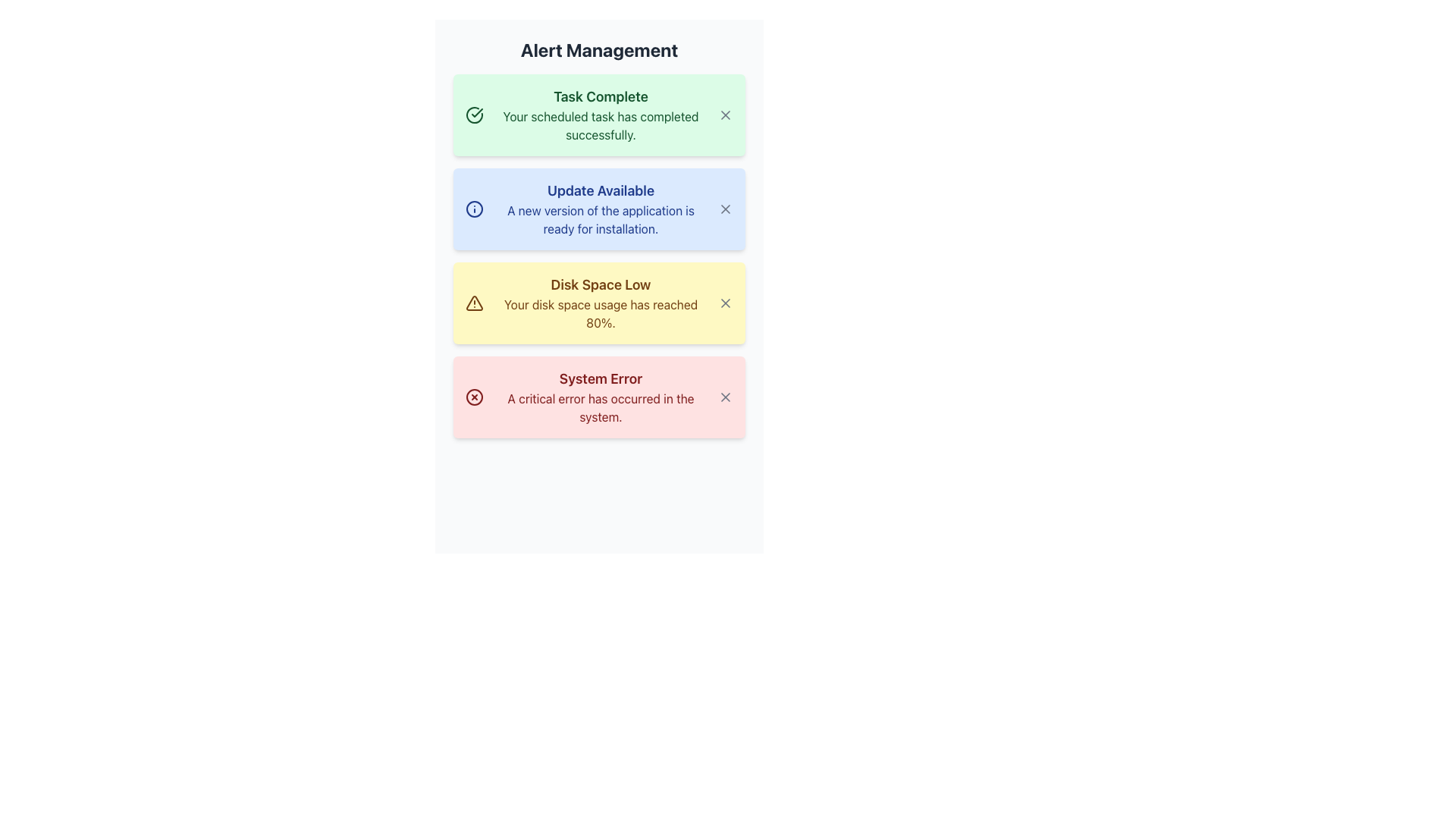 This screenshot has width=1456, height=819. I want to click on the close button represented by a cross (X) icon located at the top-right corner of the blue alert box labeled 'Update Available', so click(724, 209).